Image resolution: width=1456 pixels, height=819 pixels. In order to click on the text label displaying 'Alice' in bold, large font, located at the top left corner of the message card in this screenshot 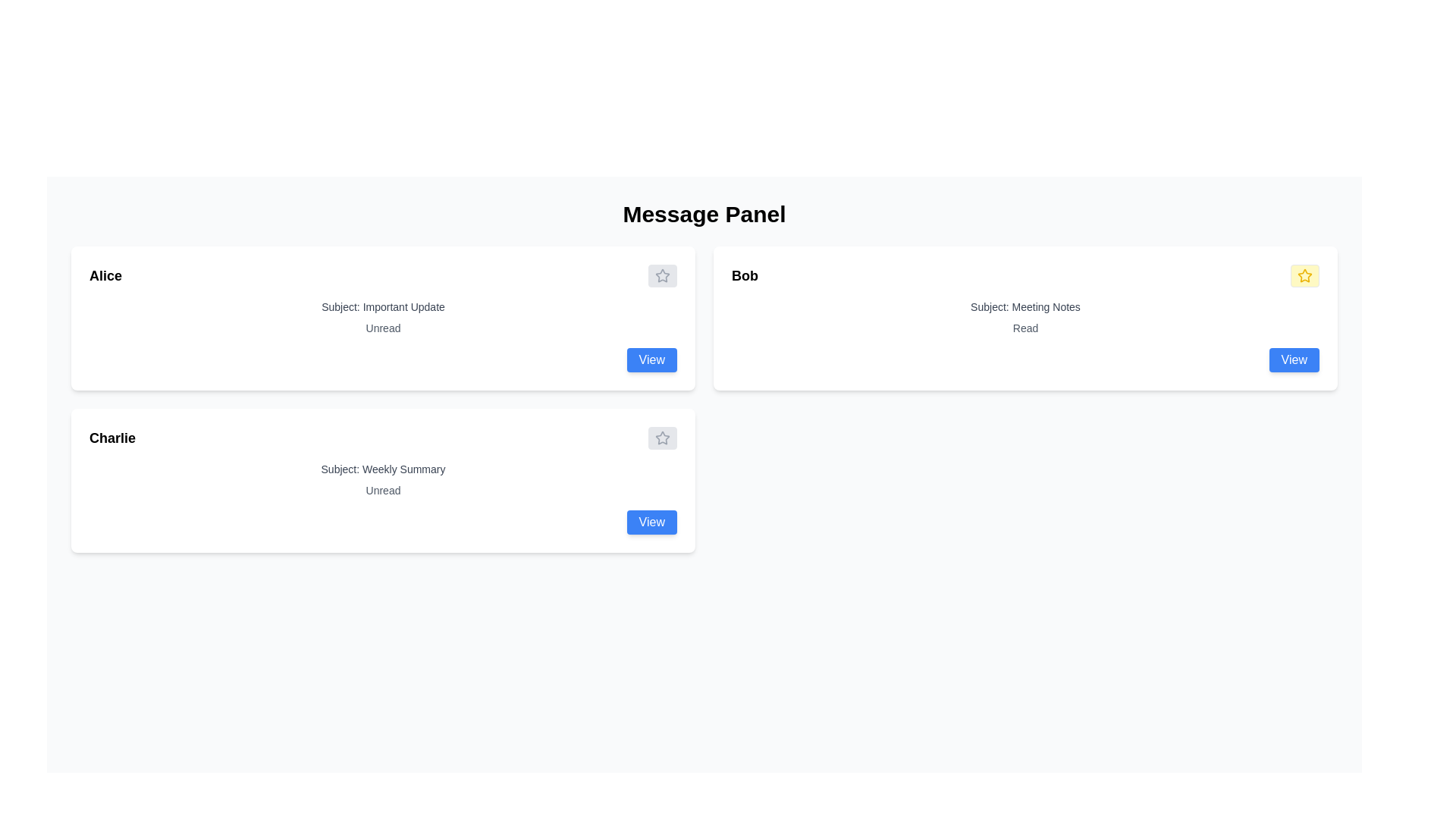, I will do `click(105, 275)`.